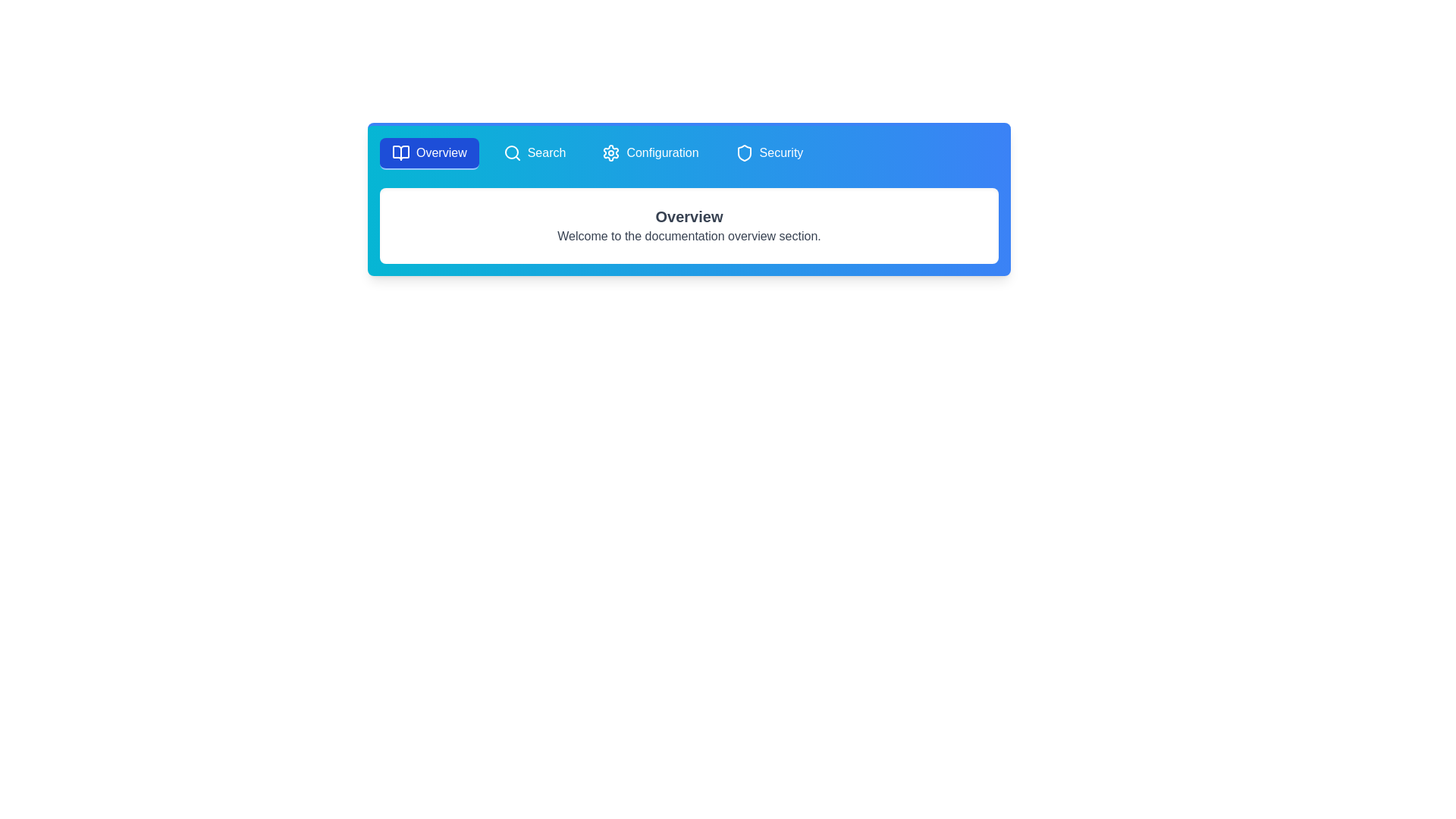 The height and width of the screenshot is (819, 1456). I want to click on the Text Component (Header and Subtitle Combination) that displays 'Overview' and 'Welcome to the documentation overview section.', so click(688, 225).